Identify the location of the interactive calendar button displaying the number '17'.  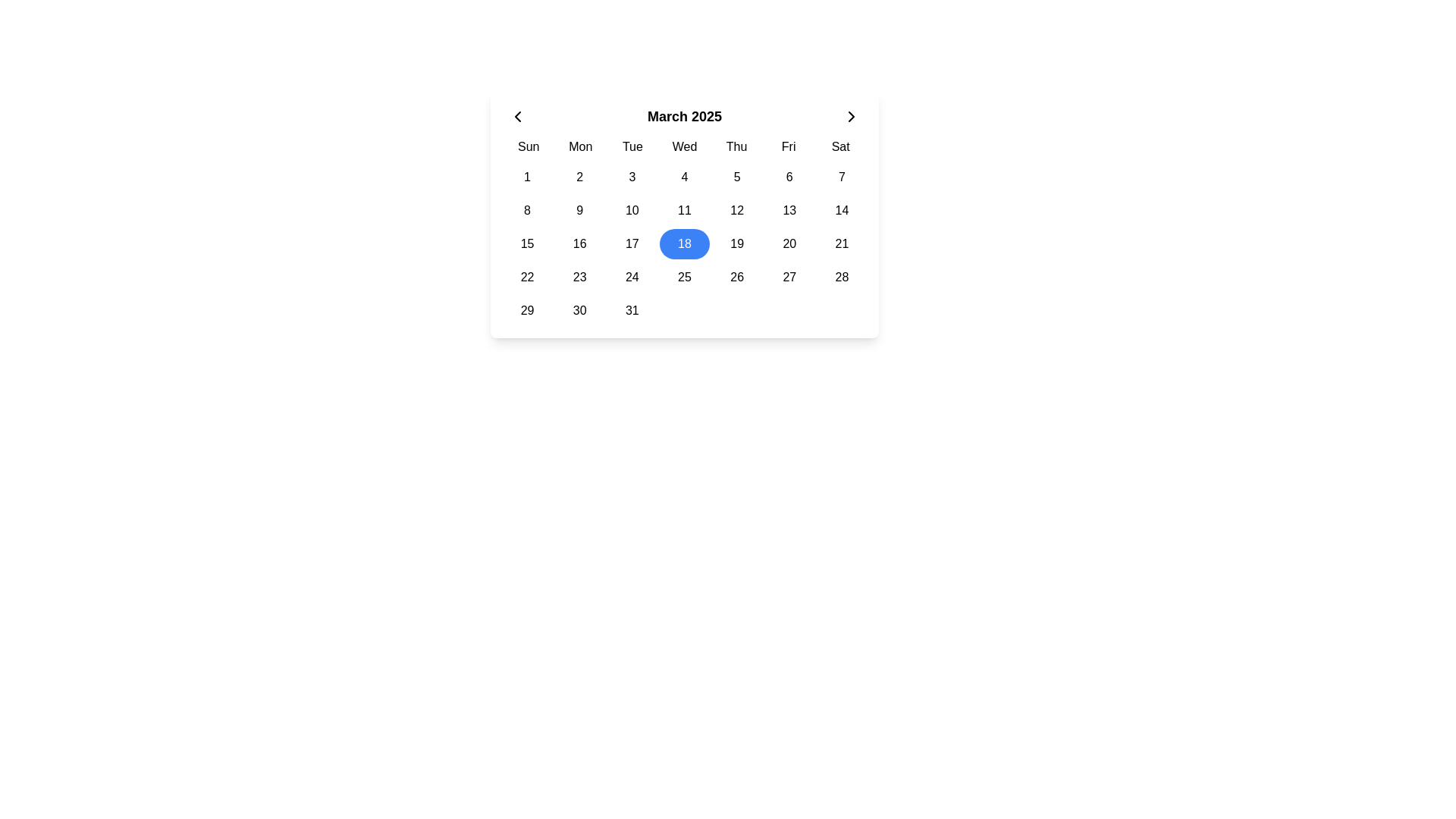
(632, 243).